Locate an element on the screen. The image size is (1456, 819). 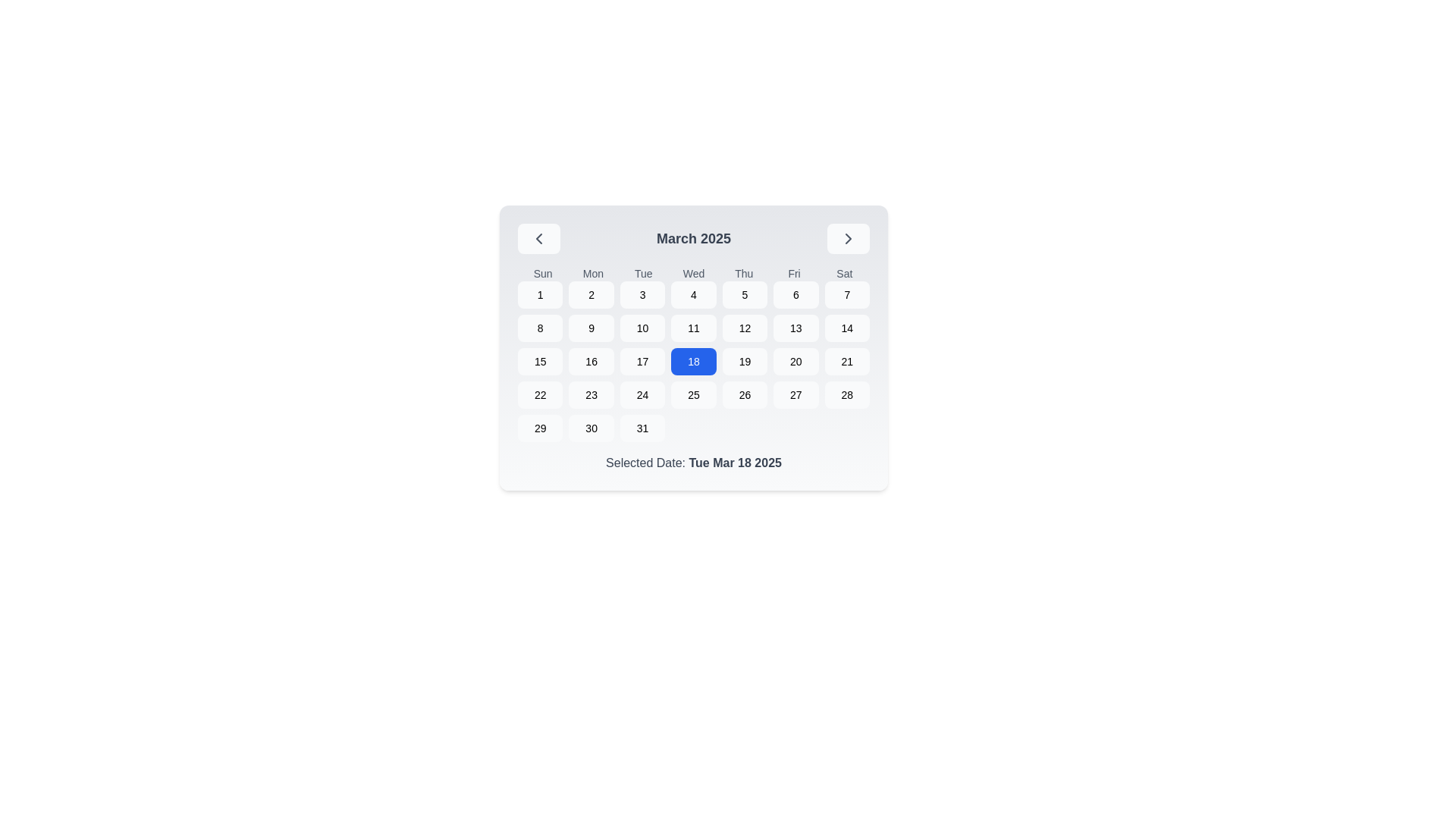
the selectable grid cell that represents the date '12' in the March 2025 calendar interface is located at coordinates (745, 327).